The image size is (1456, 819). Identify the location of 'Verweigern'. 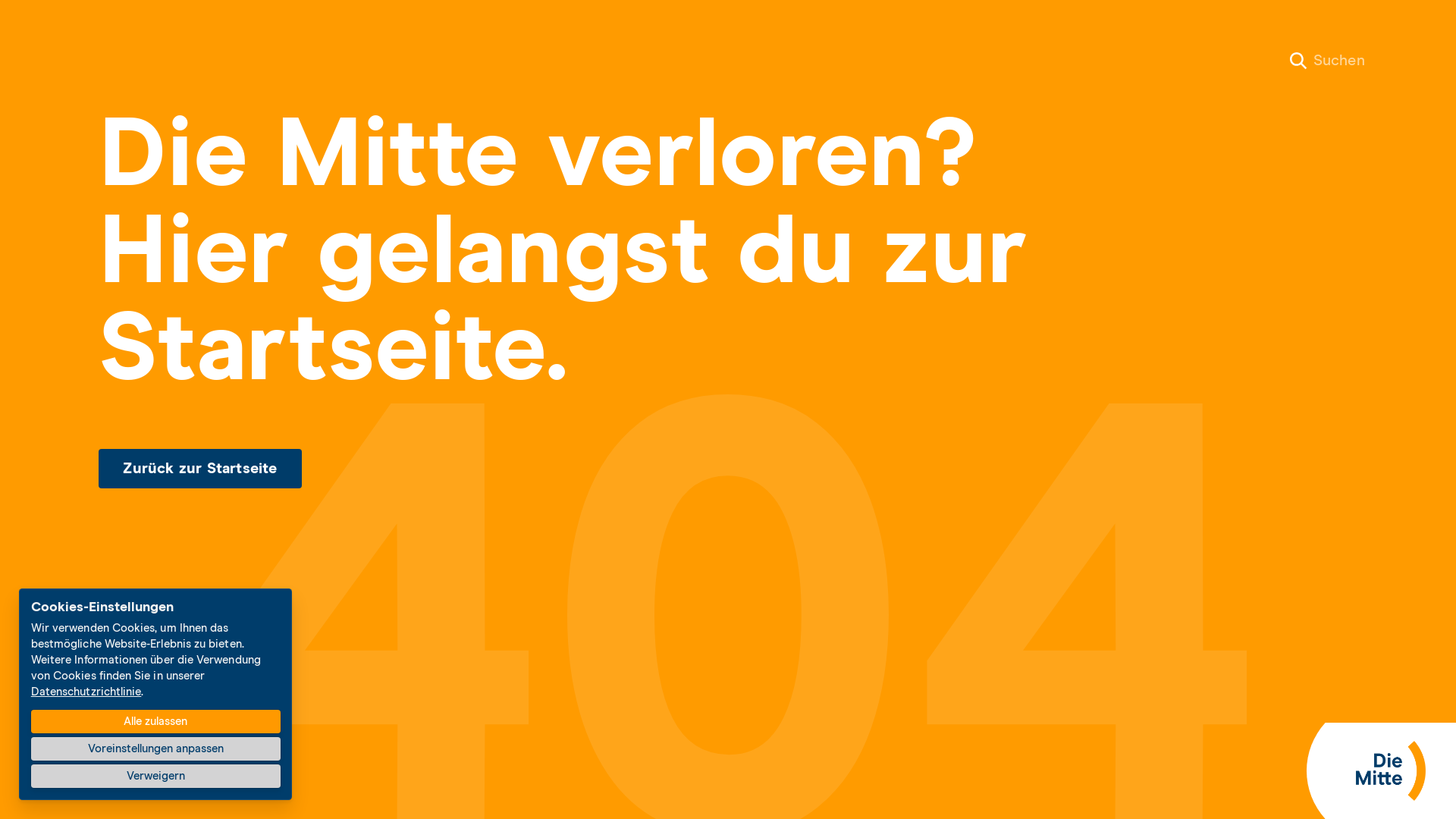
(155, 776).